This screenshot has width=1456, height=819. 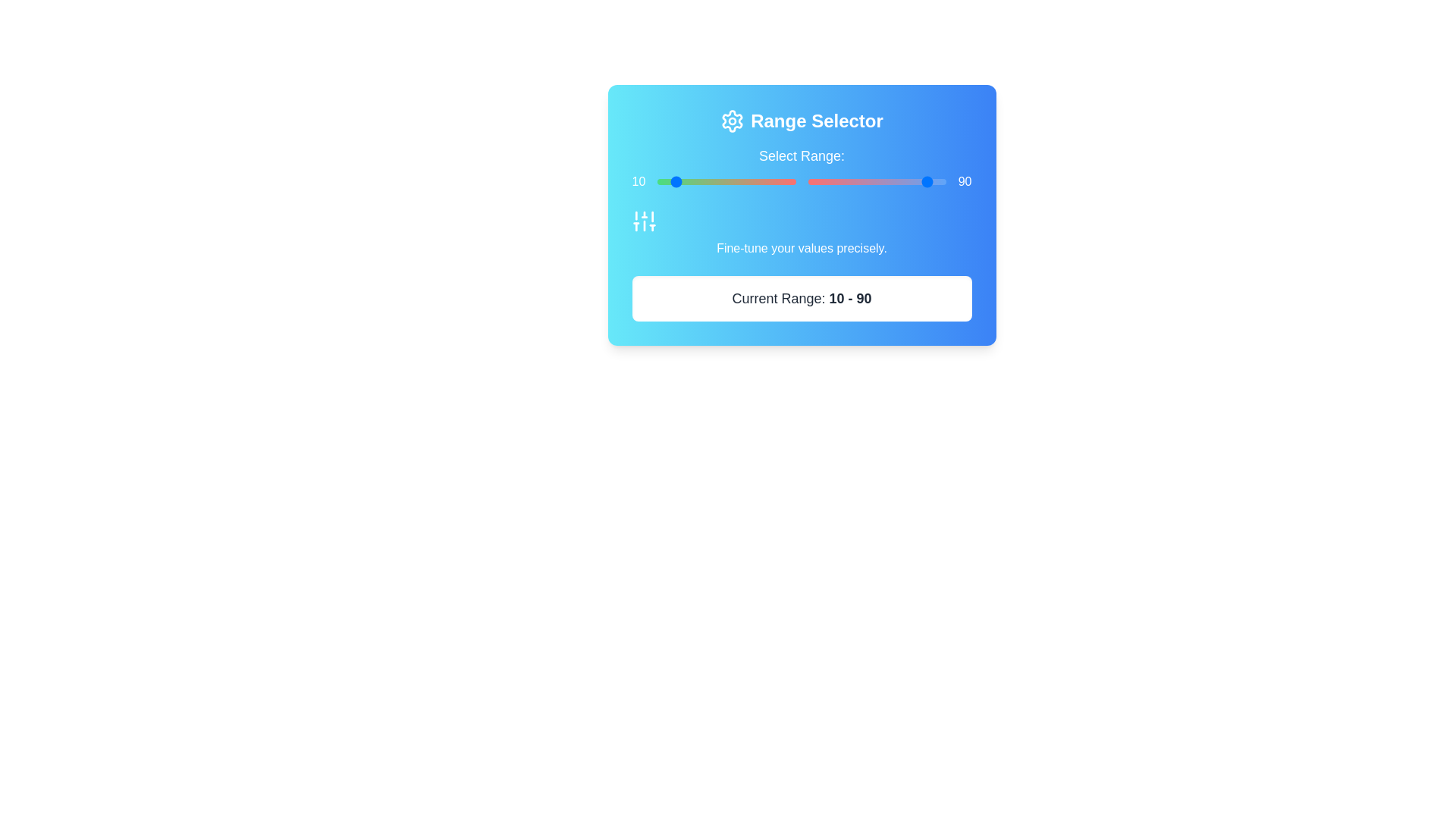 I want to click on the right range slider to set its value to 43, so click(x=867, y=180).